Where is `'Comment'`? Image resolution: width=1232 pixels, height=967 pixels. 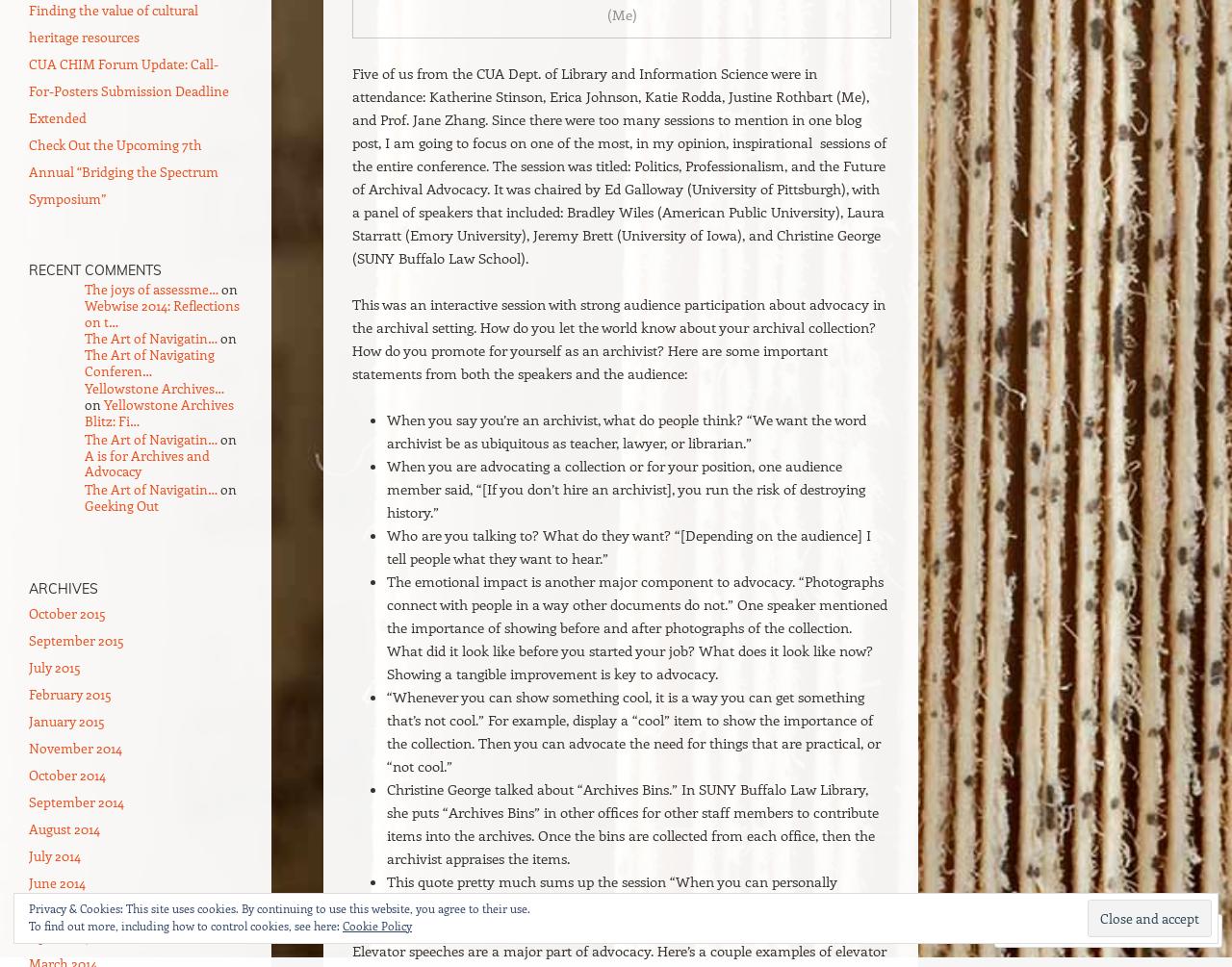
'Comment' is located at coordinates (1029, 929).